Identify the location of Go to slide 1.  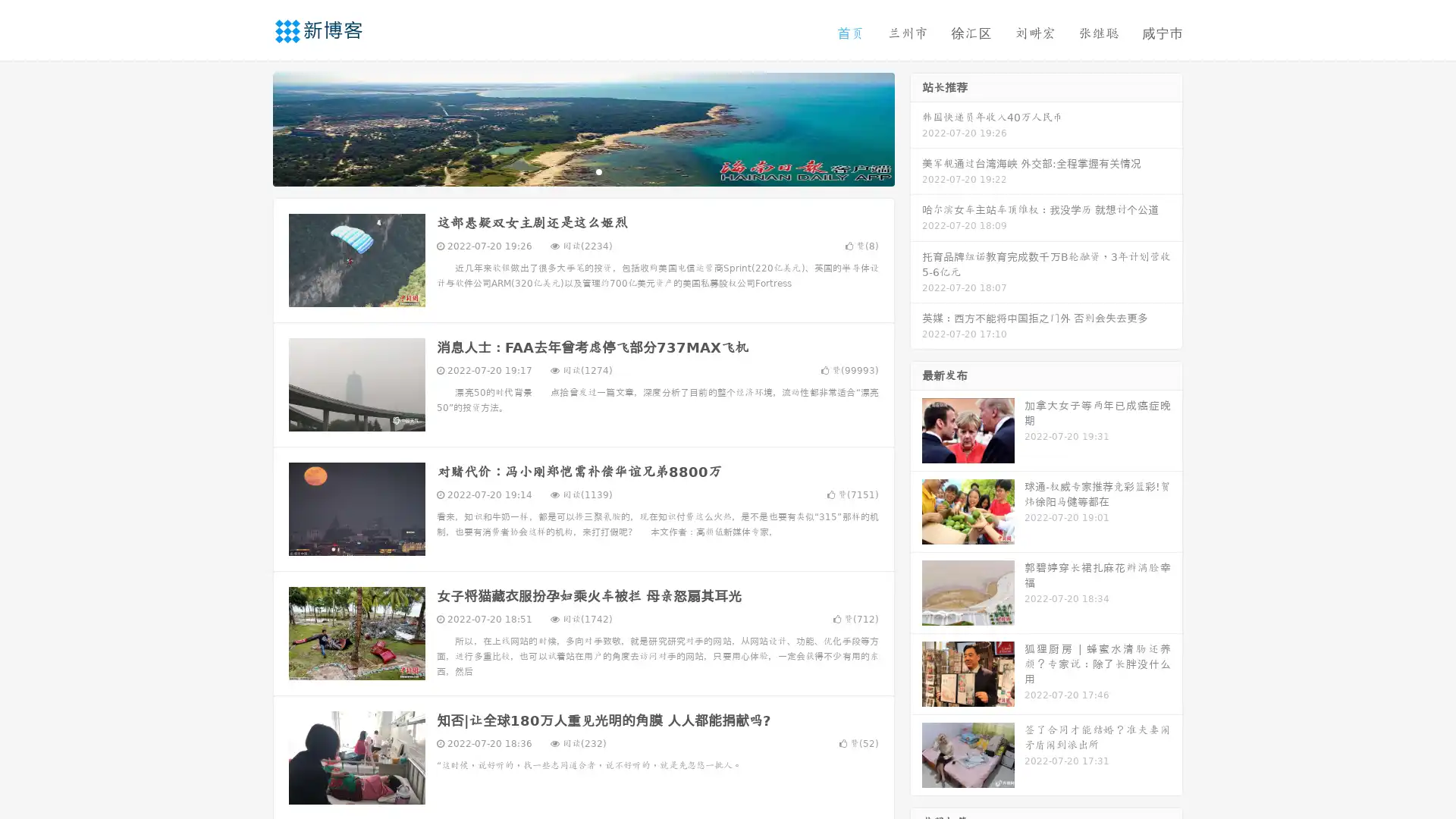
(567, 171).